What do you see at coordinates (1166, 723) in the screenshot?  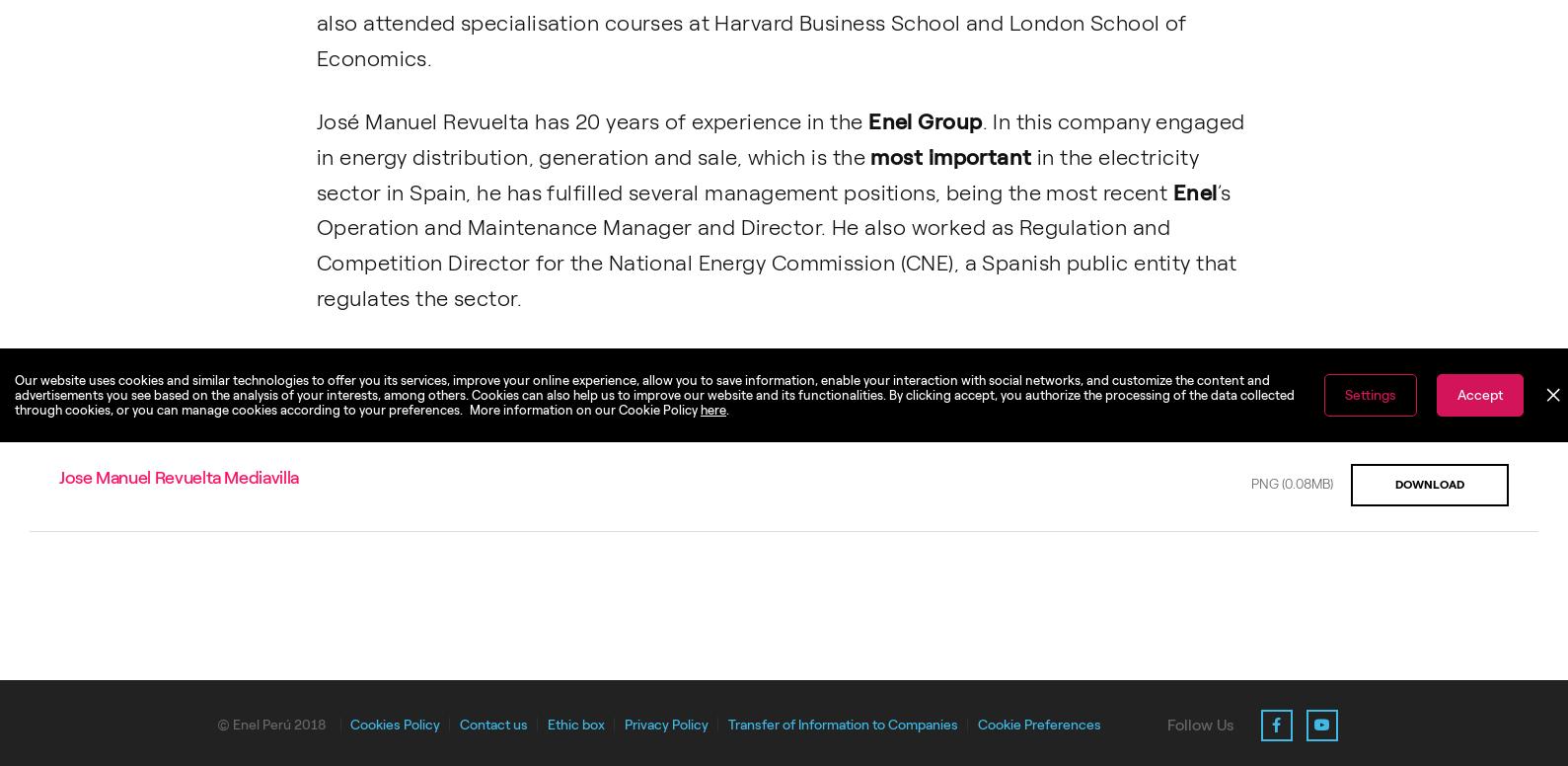 I see `'Follow Us'` at bounding box center [1166, 723].